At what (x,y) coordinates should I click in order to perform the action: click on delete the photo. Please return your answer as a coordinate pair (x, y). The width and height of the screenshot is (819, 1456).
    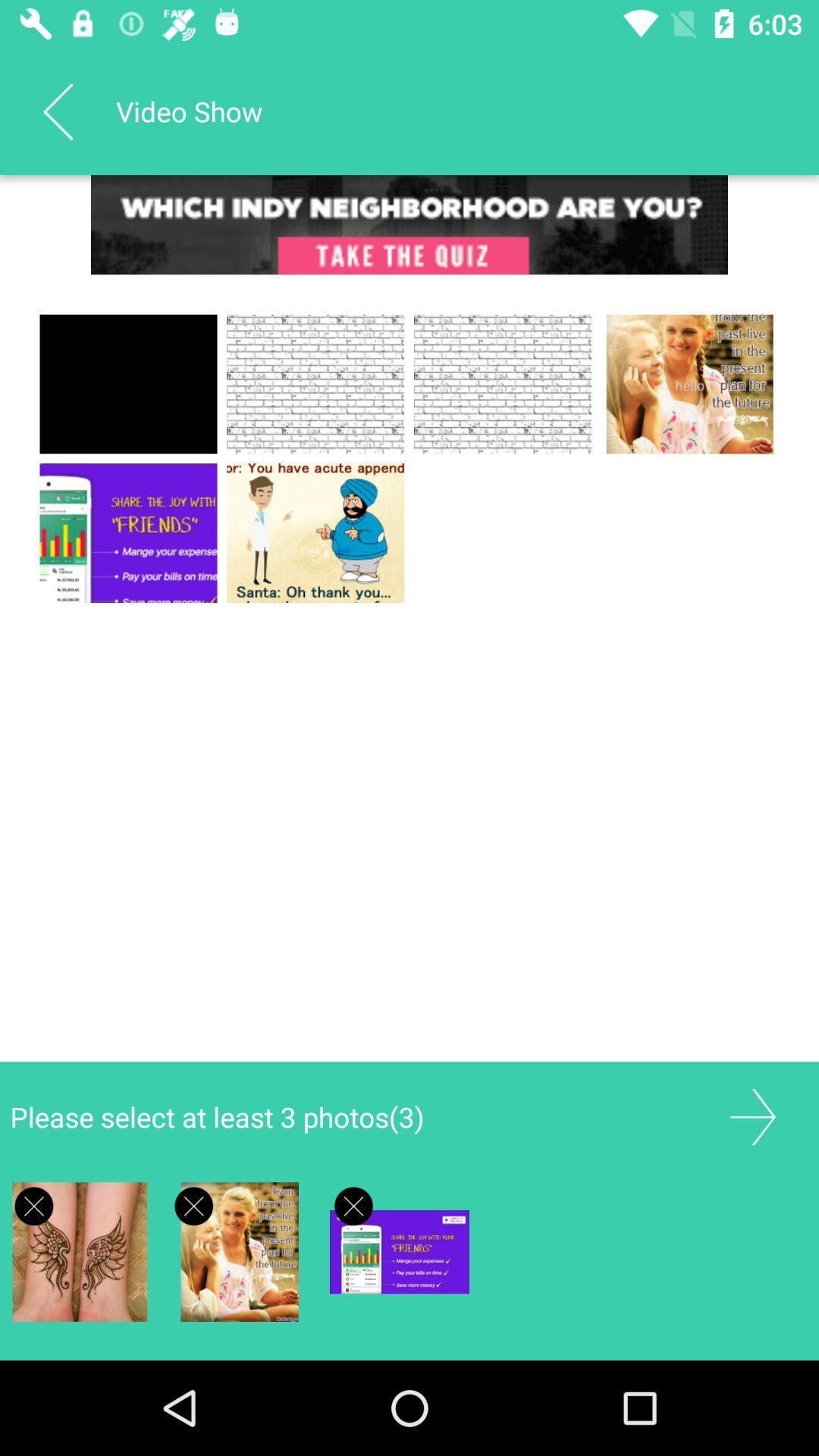
    Looking at the image, I should click on (193, 1205).